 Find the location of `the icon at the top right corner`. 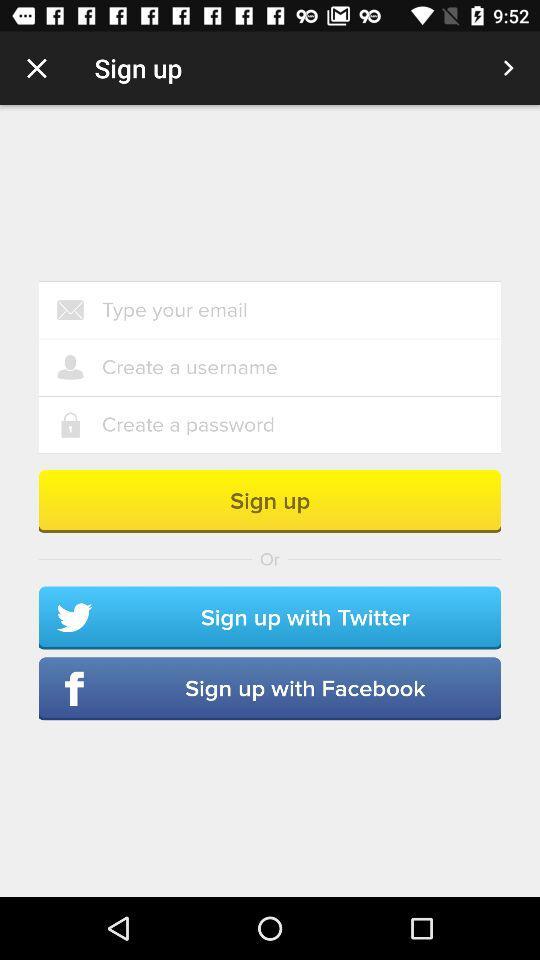

the icon at the top right corner is located at coordinates (508, 68).